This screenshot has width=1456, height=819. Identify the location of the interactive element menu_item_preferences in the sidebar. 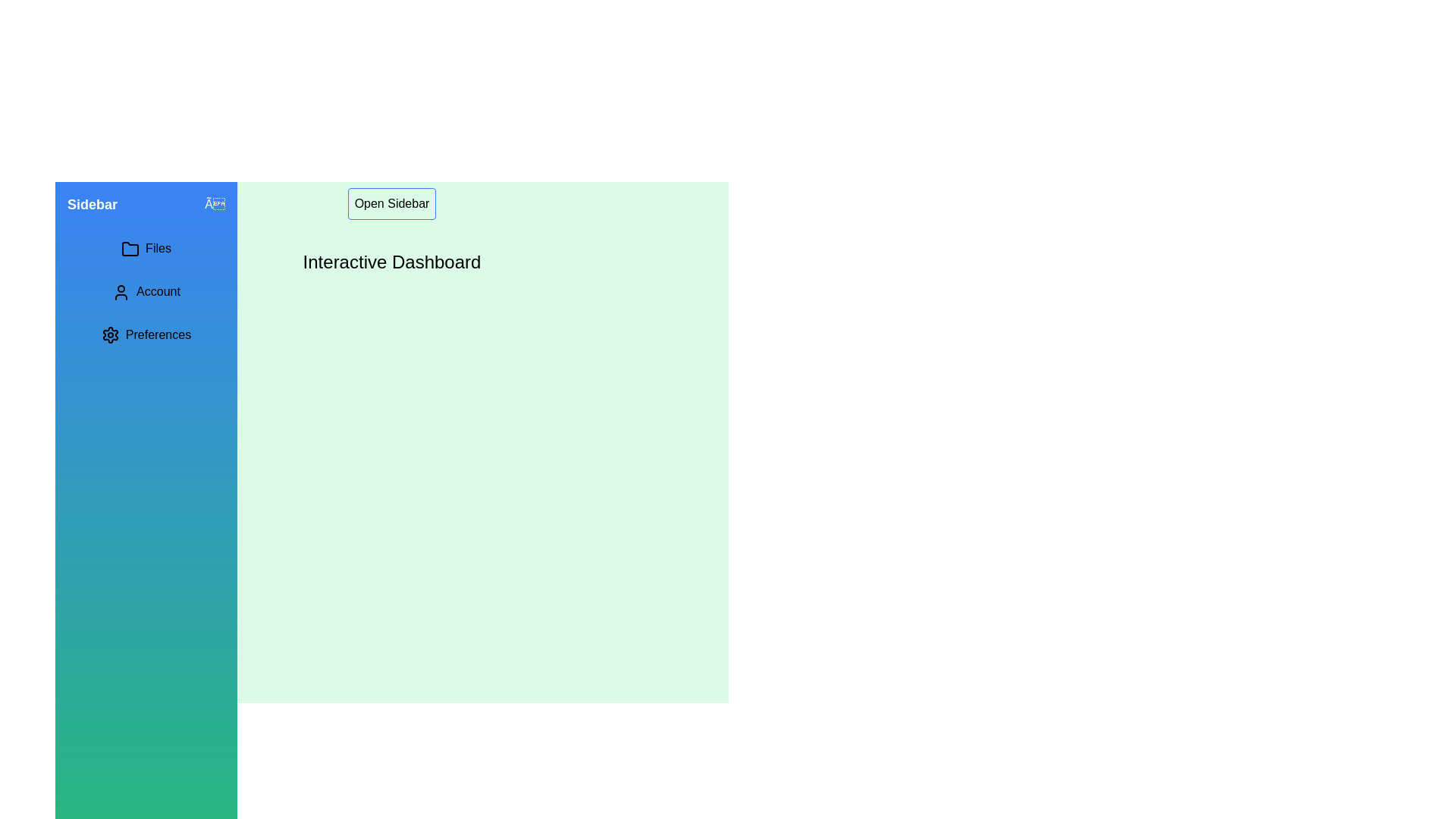
(146, 334).